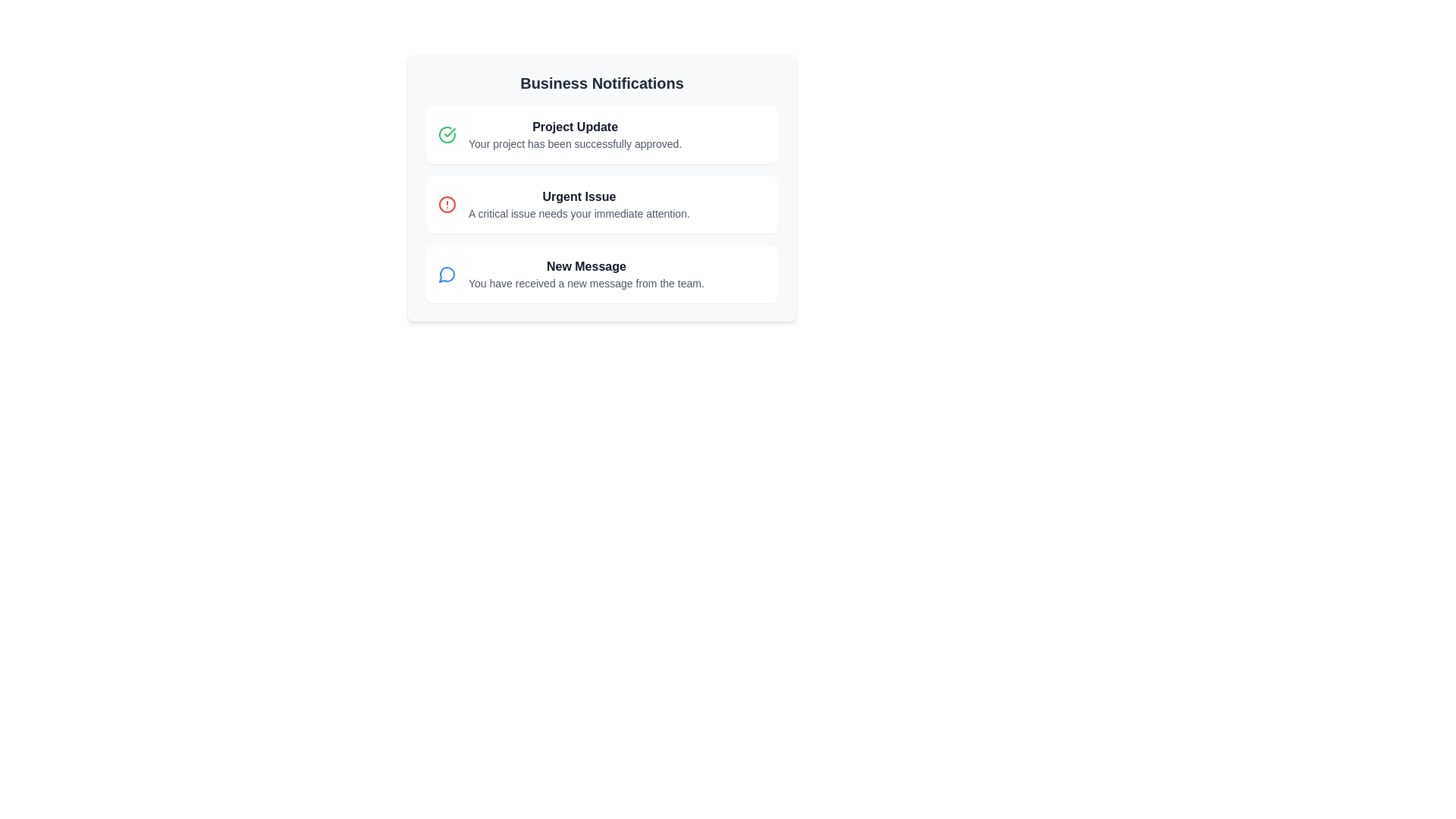 The width and height of the screenshot is (1456, 819). What do you see at coordinates (601, 205) in the screenshot?
I see `the second notification card in the vertical list, which alerts the user about an urgent issue requiring immediate attention` at bounding box center [601, 205].